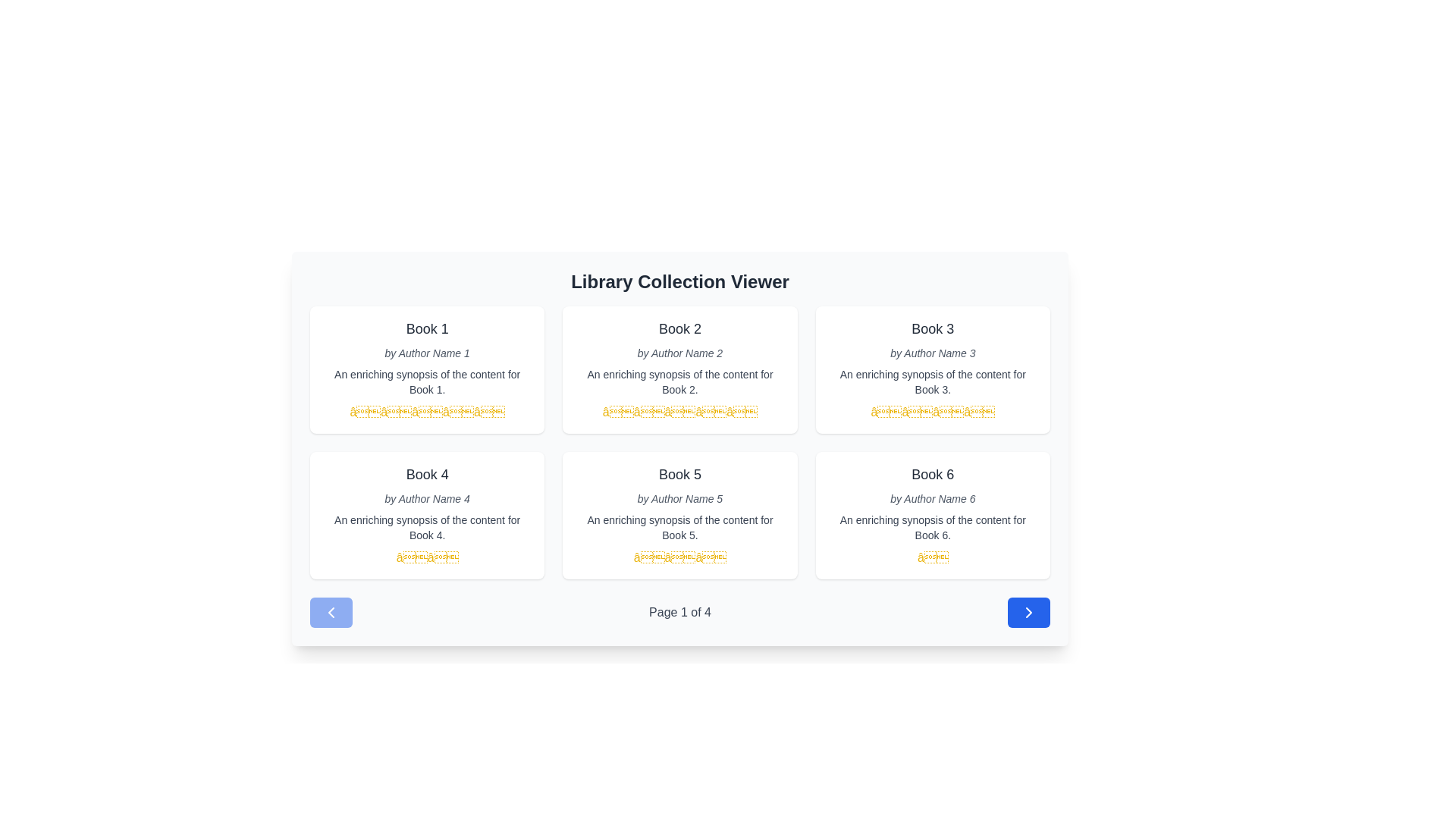  What do you see at coordinates (679, 514) in the screenshot?
I see `information contained in the card element titled 'Book 5', which includes the subtitle, descriptive paragraph, and rating stars` at bounding box center [679, 514].